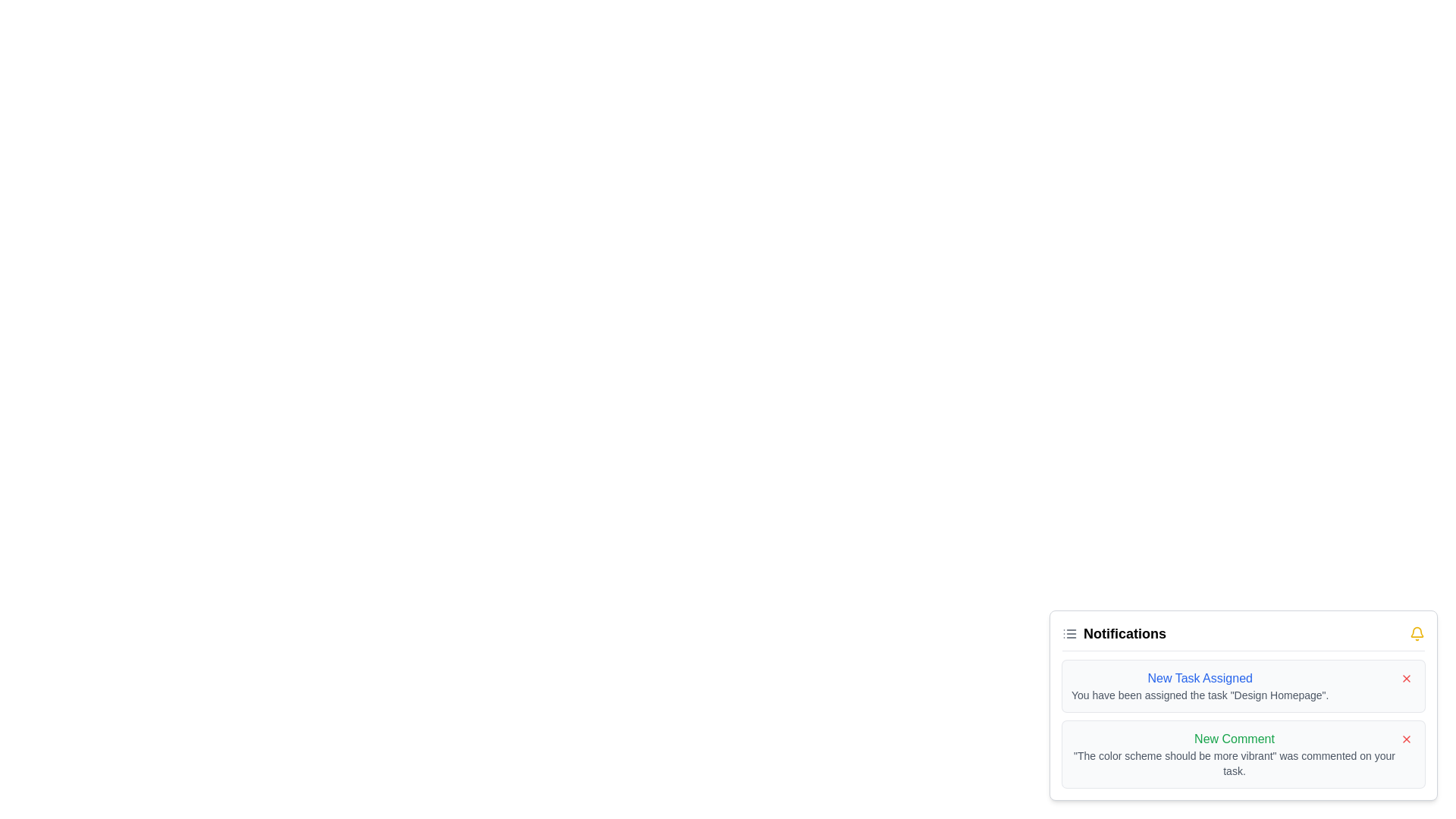 The height and width of the screenshot is (819, 1456). Describe the element at coordinates (1405, 739) in the screenshot. I see `the Close/Dismiss Button located at the bottom-right corner of the Notifications panel` at that location.